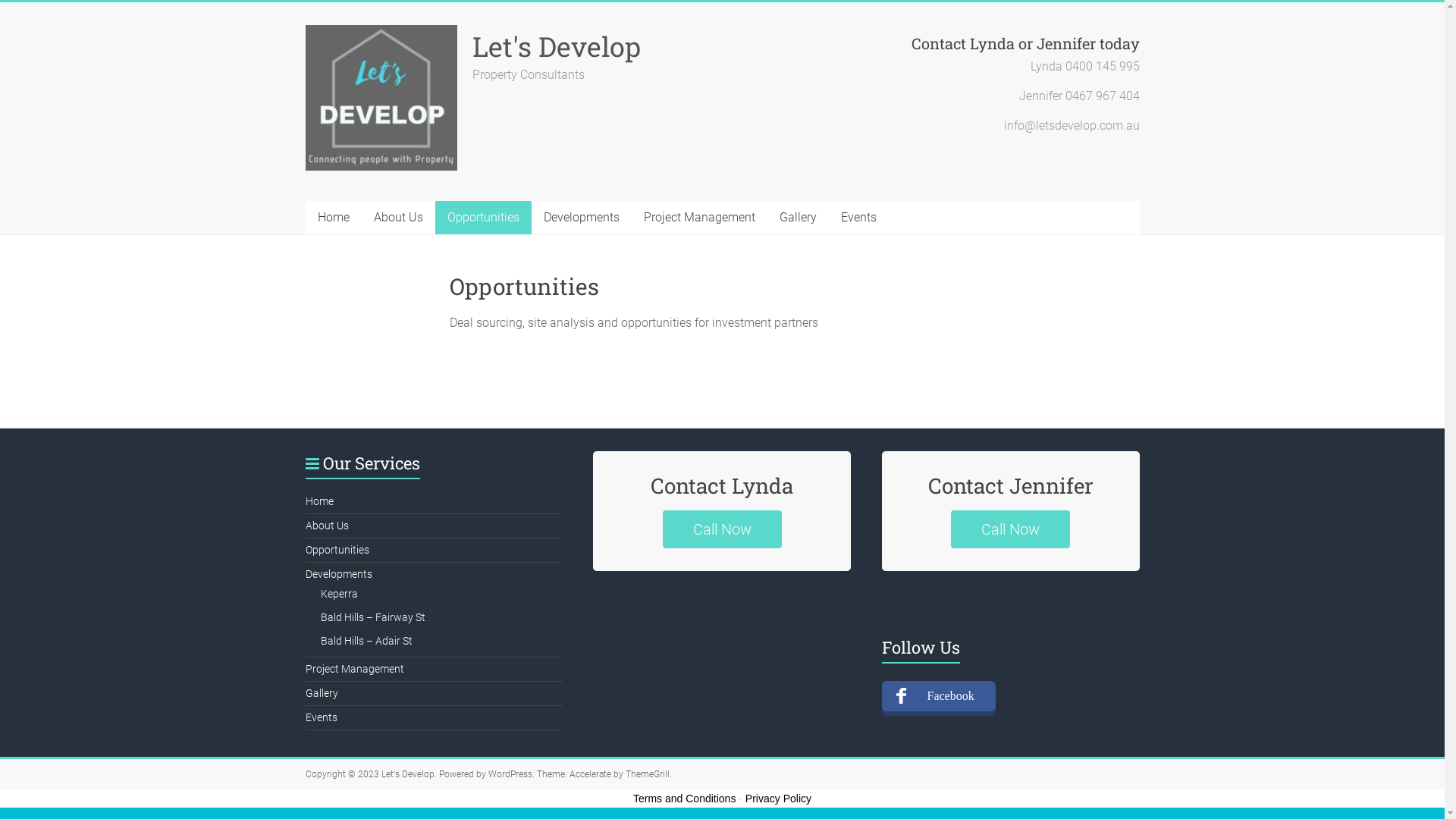 The height and width of the screenshot is (819, 1456). I want to click on 'Gallery', so click(304, 693).